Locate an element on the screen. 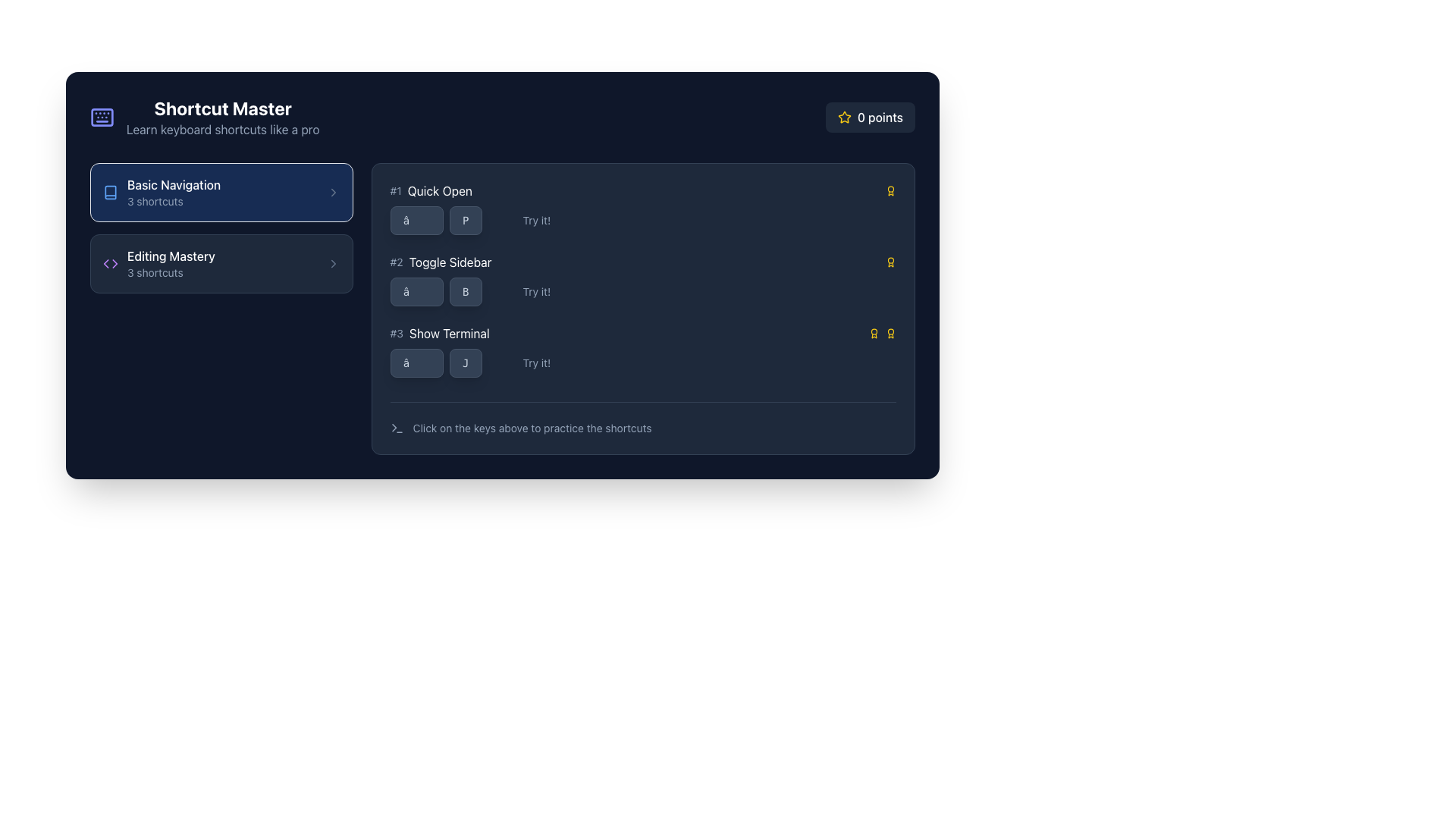 The width and height of the screenshot is (1456, 819). the small, light gray static text label displaying '#3', which is positioned to the far left of the 'Show Terminal' row in the shortcut list section is located at coordinates (397, 332).